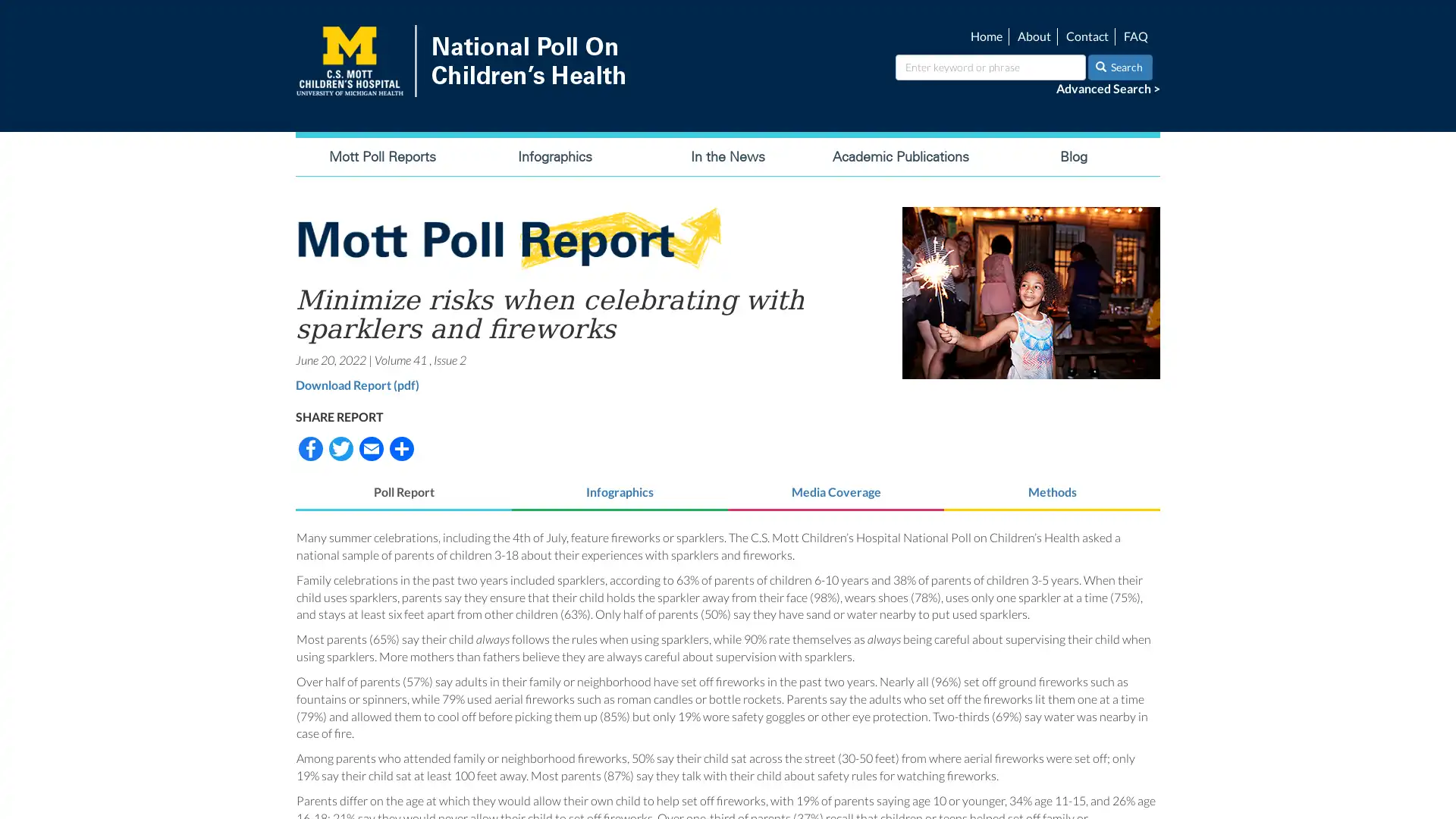  What do you see at coordinates (1120, 66) in the screenshot?
I see `Search` at bounding box center [1120, 66].